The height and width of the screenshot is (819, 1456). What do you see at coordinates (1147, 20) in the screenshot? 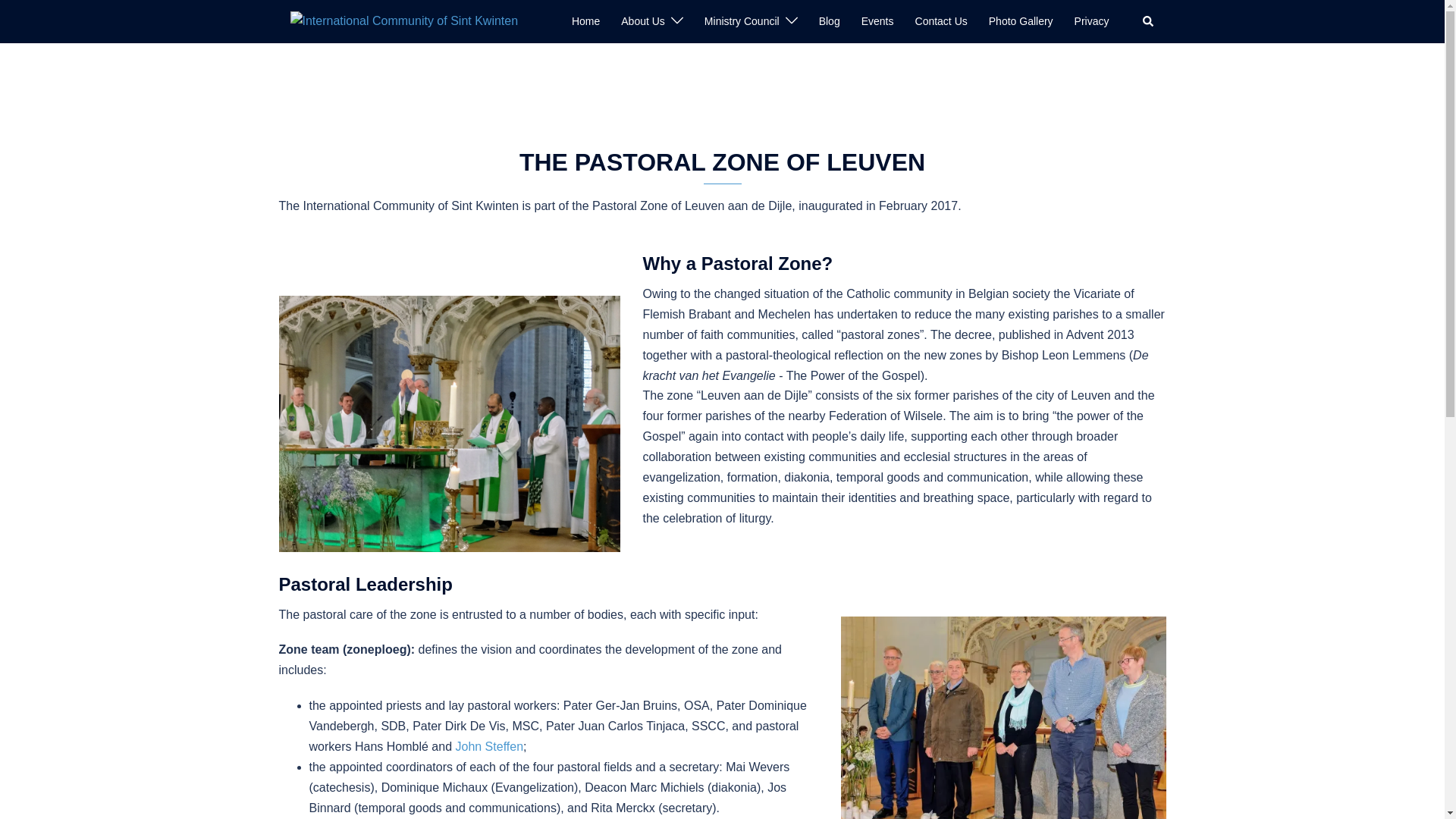
I see `'Search'` at bounding box center [1147, 20].